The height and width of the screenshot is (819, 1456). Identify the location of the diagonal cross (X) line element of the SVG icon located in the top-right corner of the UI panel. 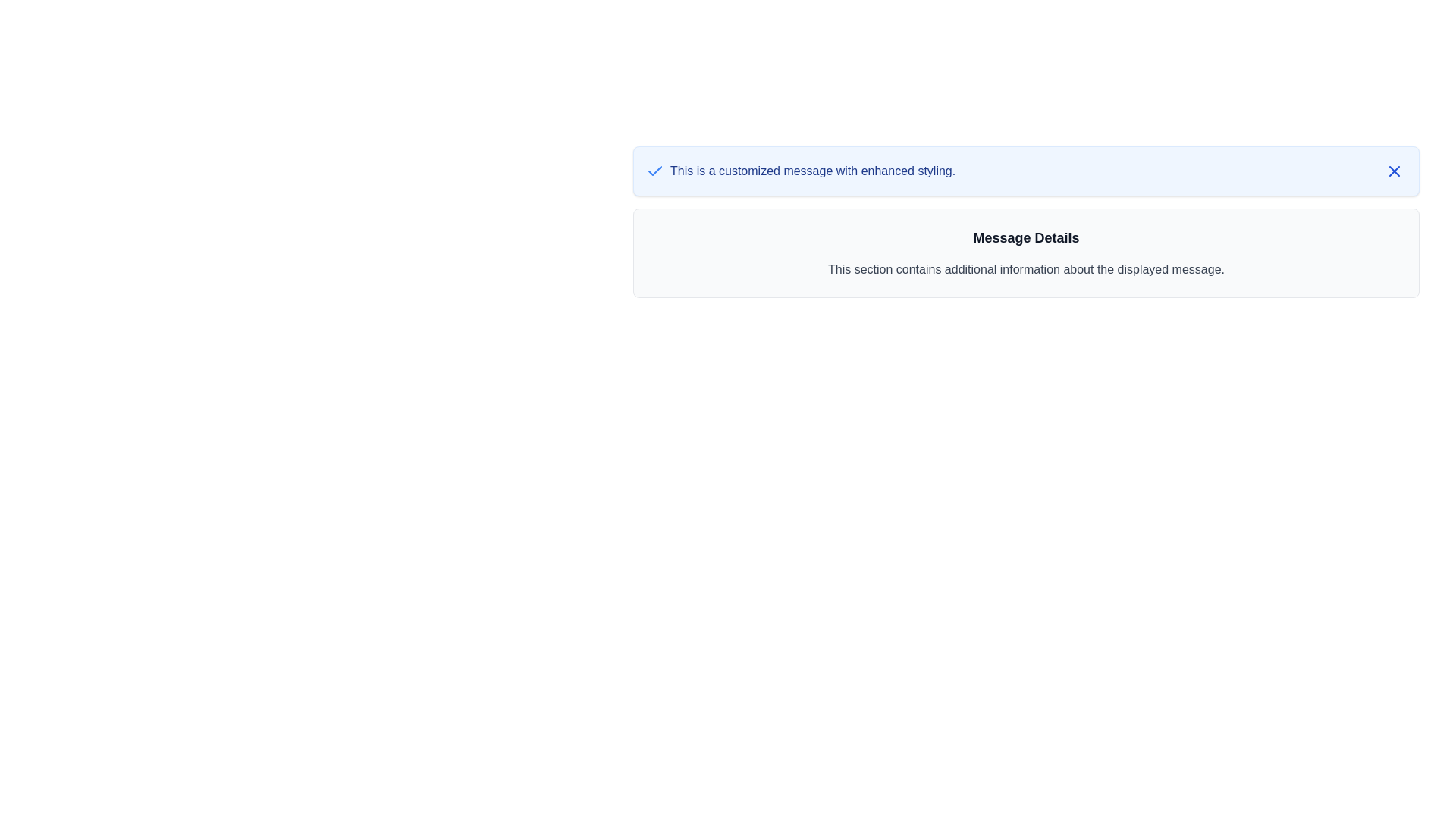
(1394, 171).